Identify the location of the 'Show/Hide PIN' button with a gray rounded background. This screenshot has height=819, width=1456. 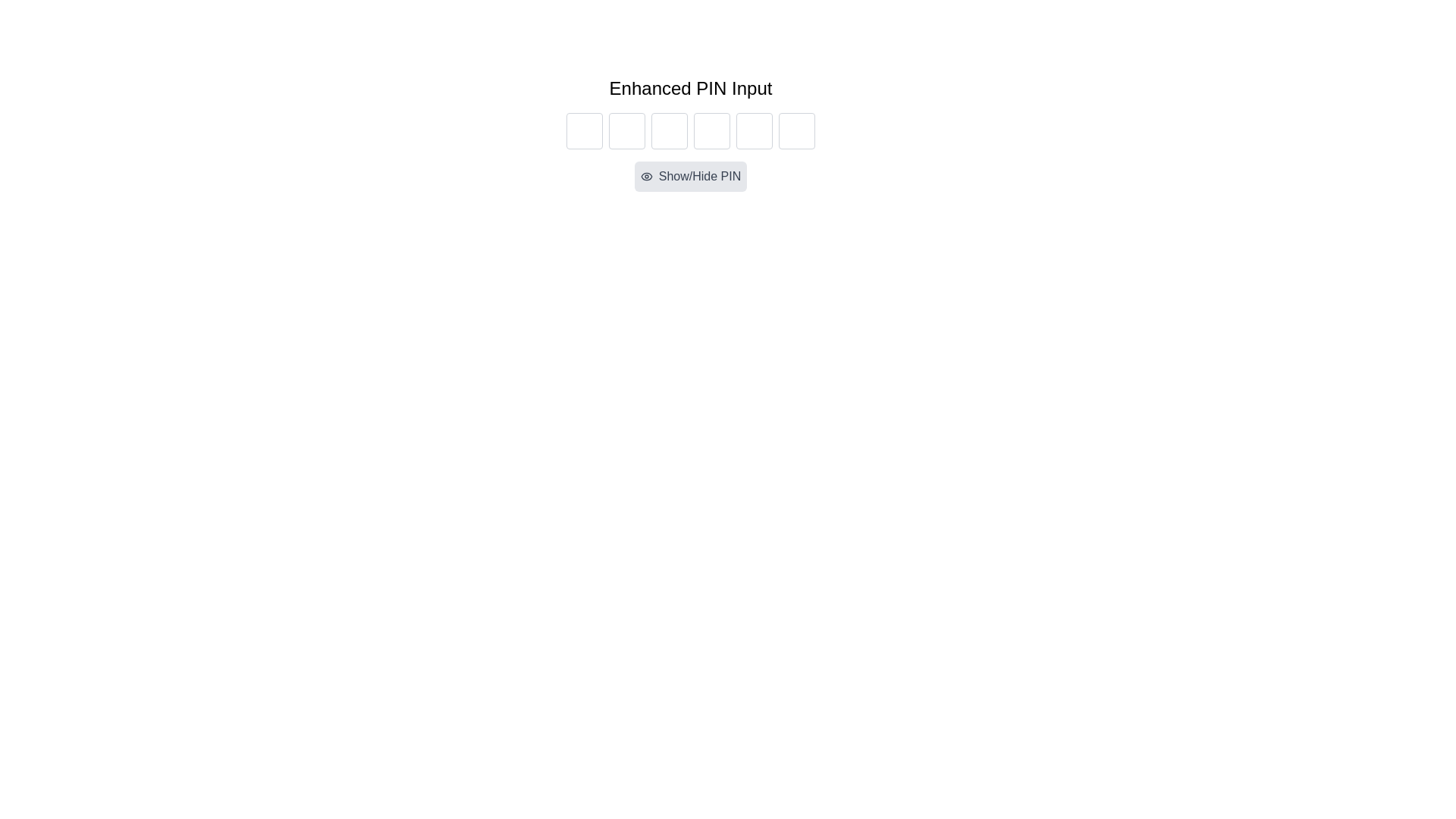
(690, 152).